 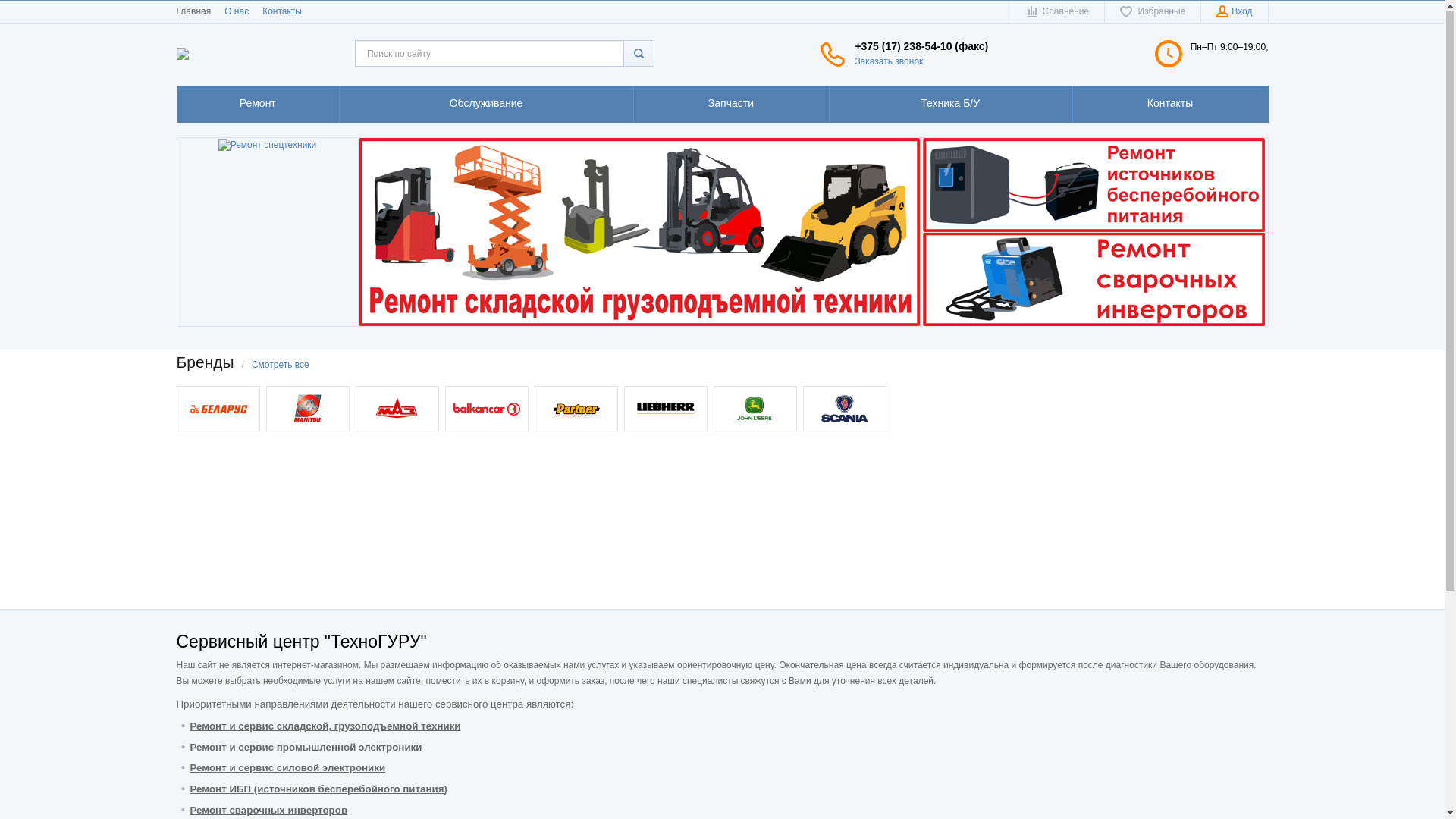 What do you see at coordinates (487, 409) in the screenshot?
I see `'Balcancar'` at bounding box center [487, 409].